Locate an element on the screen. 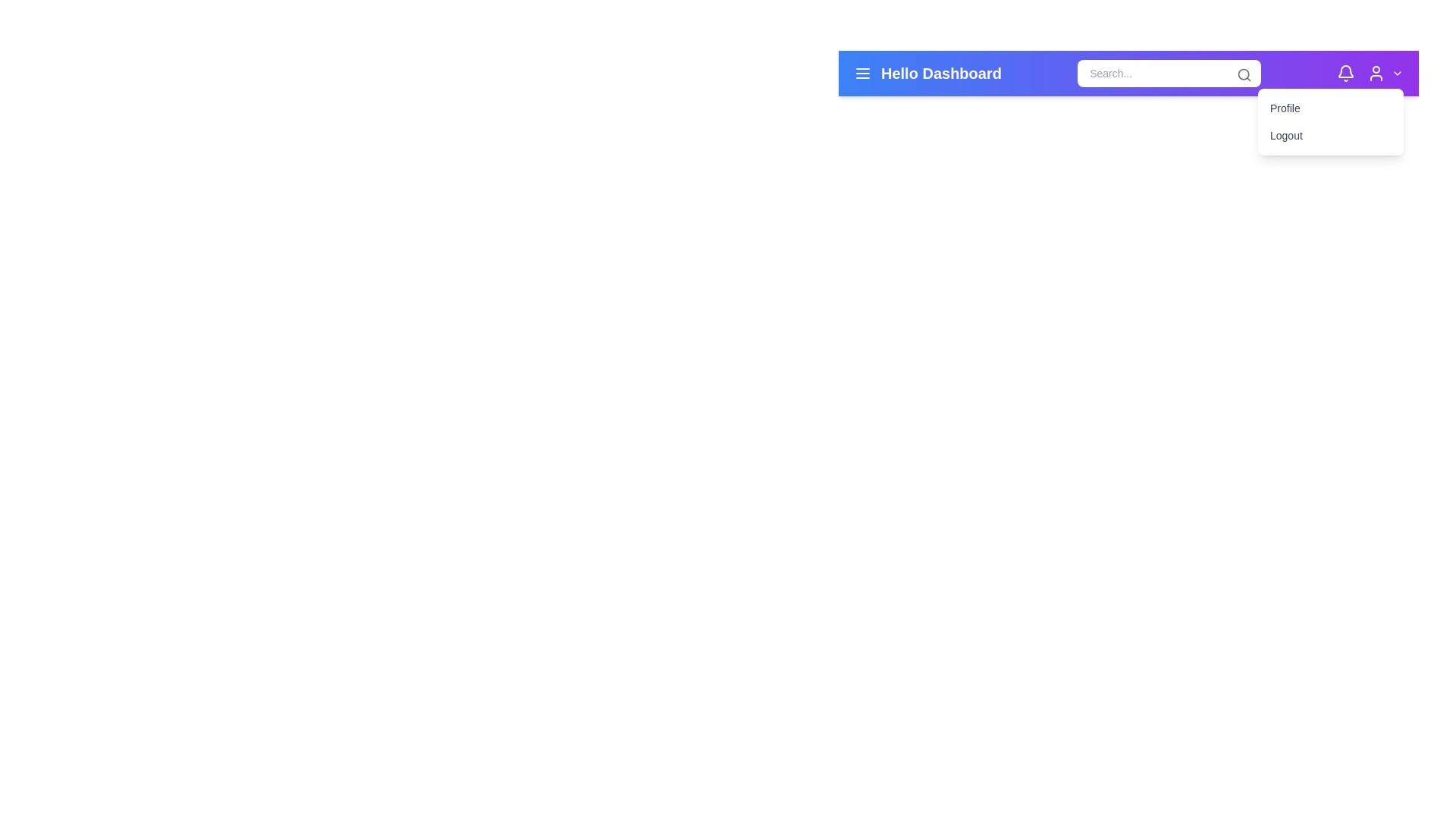 The height and width of the screenshot is (819, 1456). the SVG Icon that indicates the function of the search input field, located at the top-right corner of the search input box is located at coordinates (1244, 75).